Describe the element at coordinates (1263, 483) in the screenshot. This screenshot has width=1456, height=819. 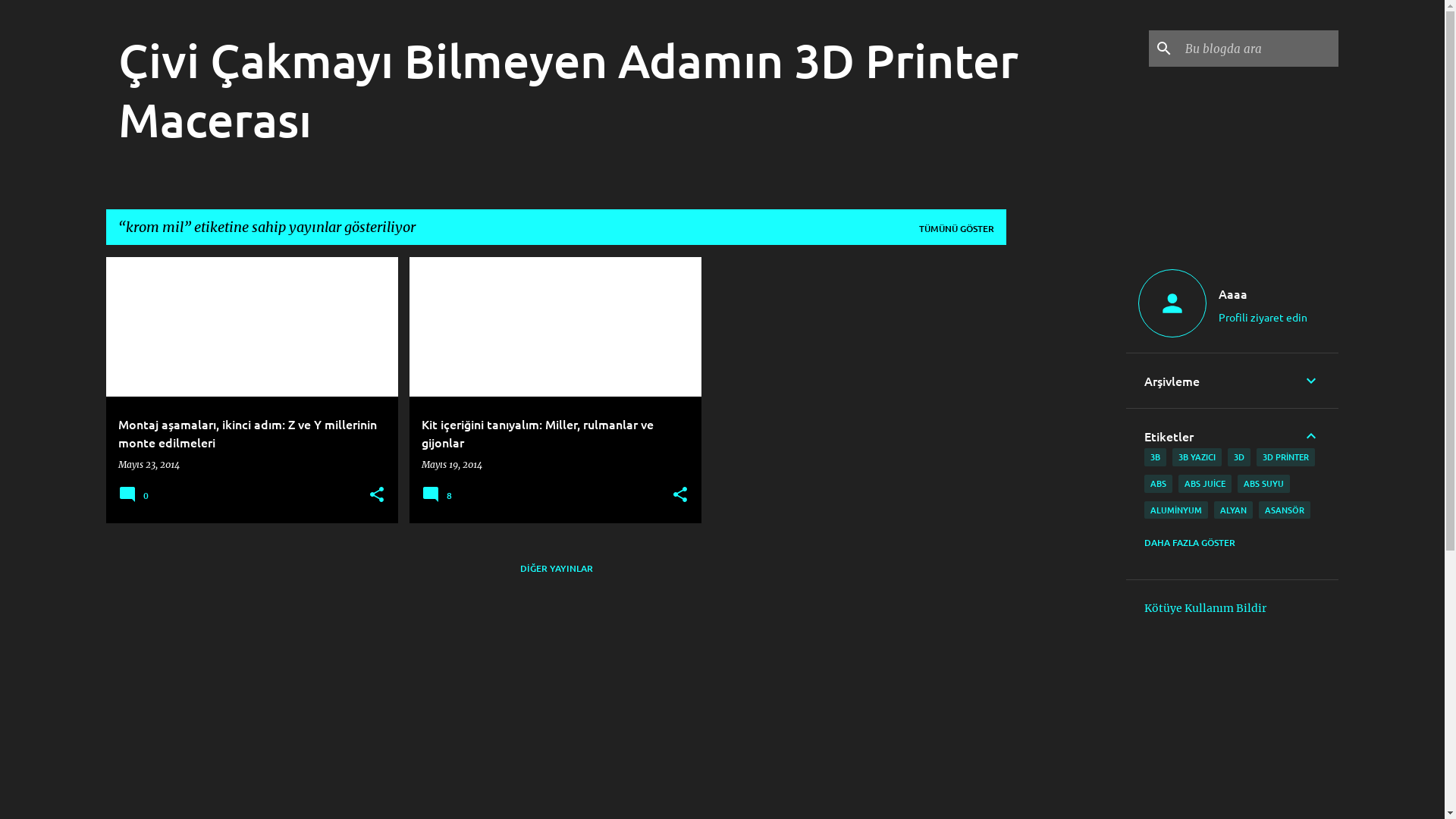
I see `'ABS SUYU'` at that location.